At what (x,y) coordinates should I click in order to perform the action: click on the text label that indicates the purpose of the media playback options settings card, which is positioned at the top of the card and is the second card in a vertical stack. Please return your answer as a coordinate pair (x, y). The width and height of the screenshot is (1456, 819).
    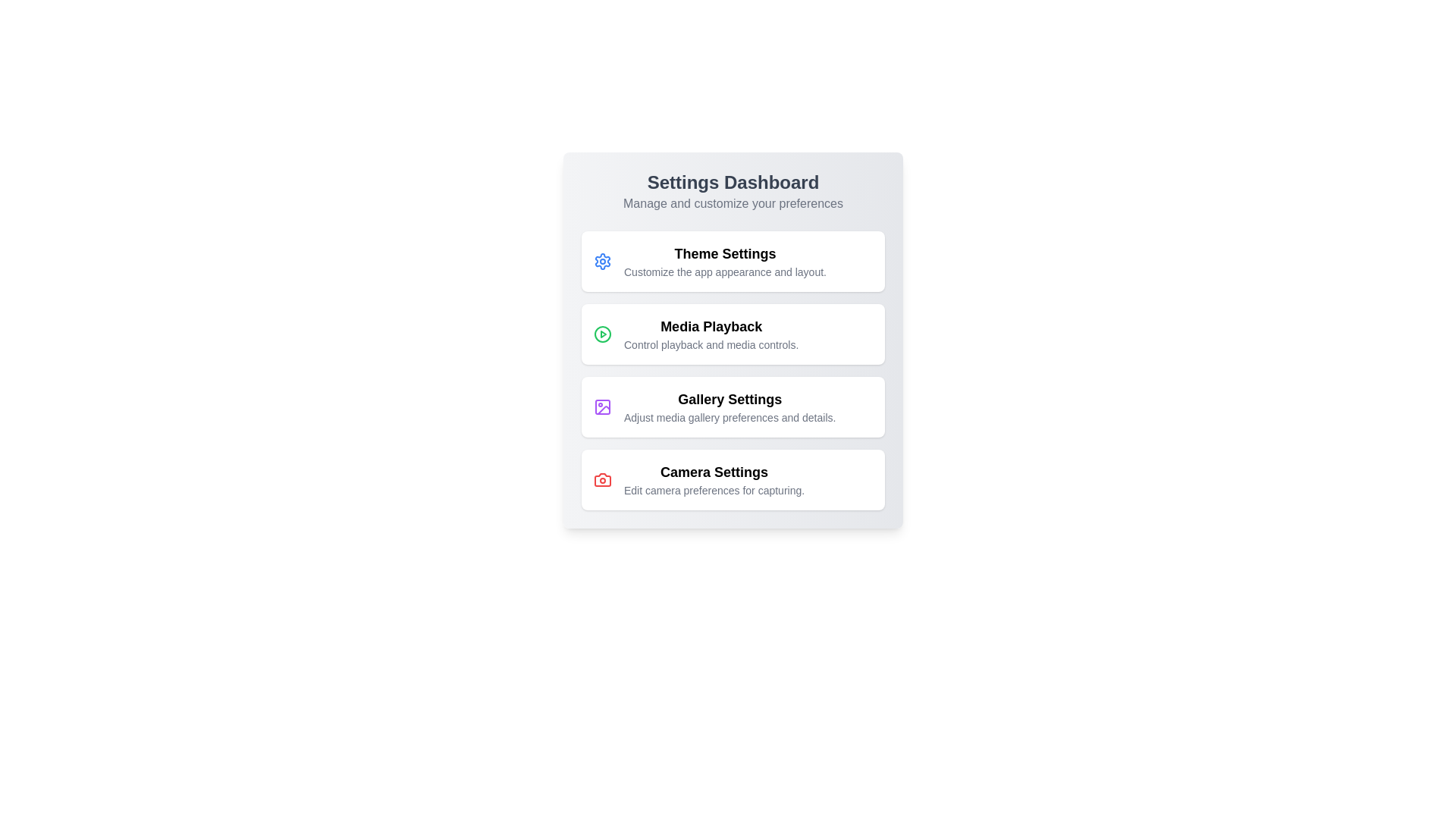
    Looking at the image, I should click on (711, 326).